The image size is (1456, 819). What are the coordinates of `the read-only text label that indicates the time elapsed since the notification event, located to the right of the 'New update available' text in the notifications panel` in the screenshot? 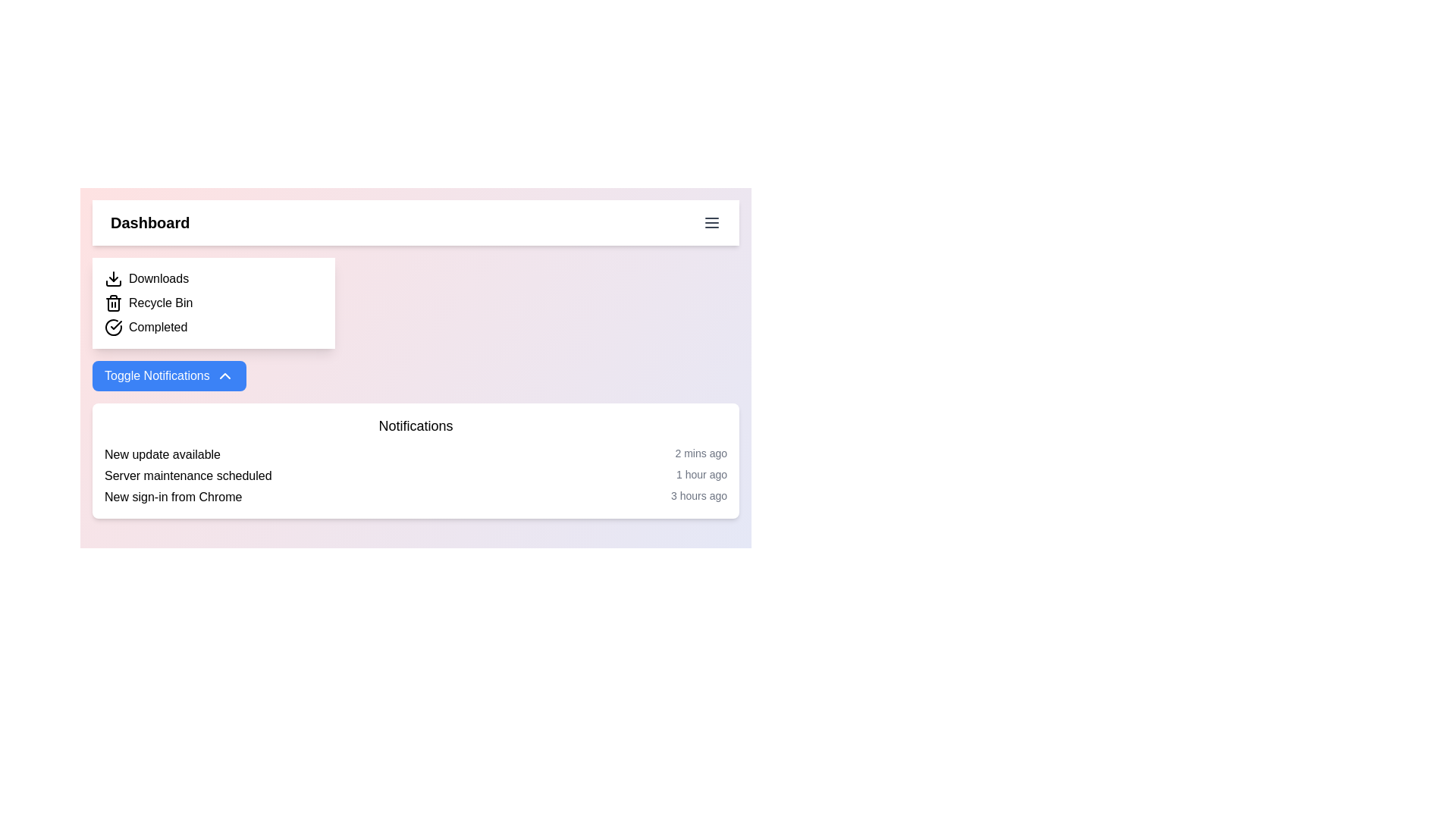 It's located at (700, 454).